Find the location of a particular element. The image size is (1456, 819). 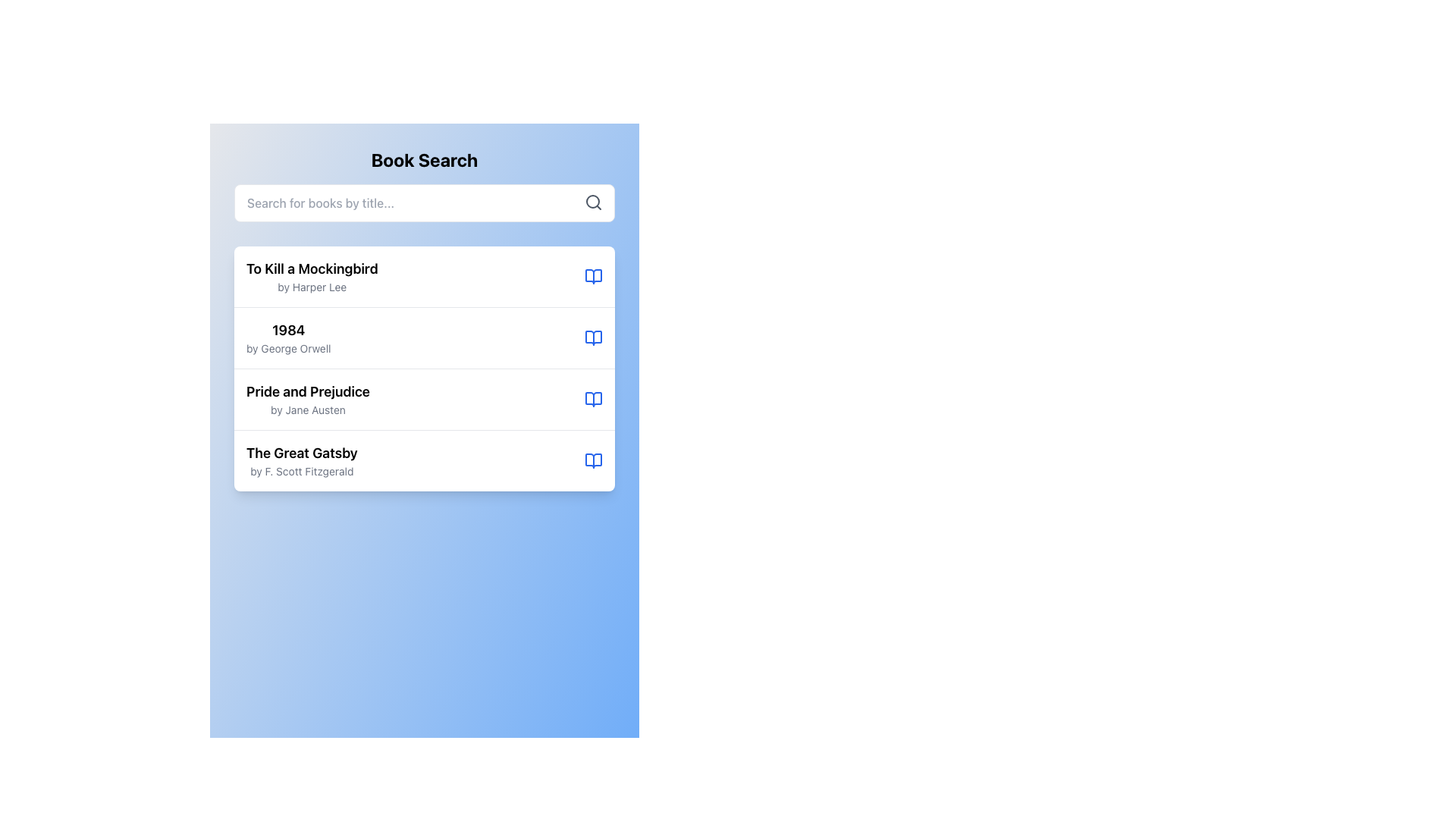

the text label displaying 'by Jane Austen', which is styled in smaller gray text and located below the title 'Pride and Prejudice' is located at coordinates (307, 409).